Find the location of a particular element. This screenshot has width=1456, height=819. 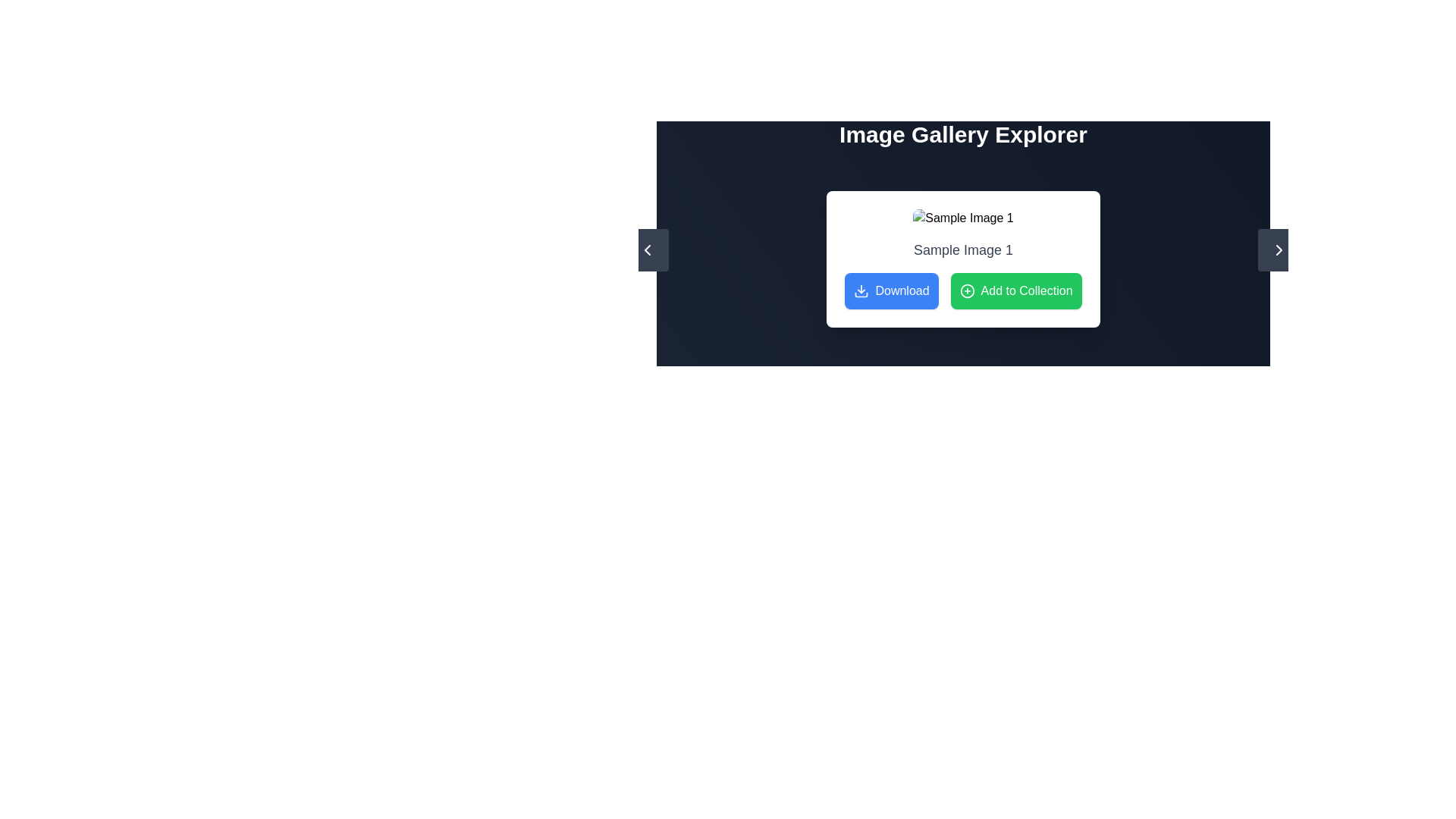

the circular SVG element located within the green 'Add to Collection' section at the bottom-center of the interface is located at coordinates (966, 291).